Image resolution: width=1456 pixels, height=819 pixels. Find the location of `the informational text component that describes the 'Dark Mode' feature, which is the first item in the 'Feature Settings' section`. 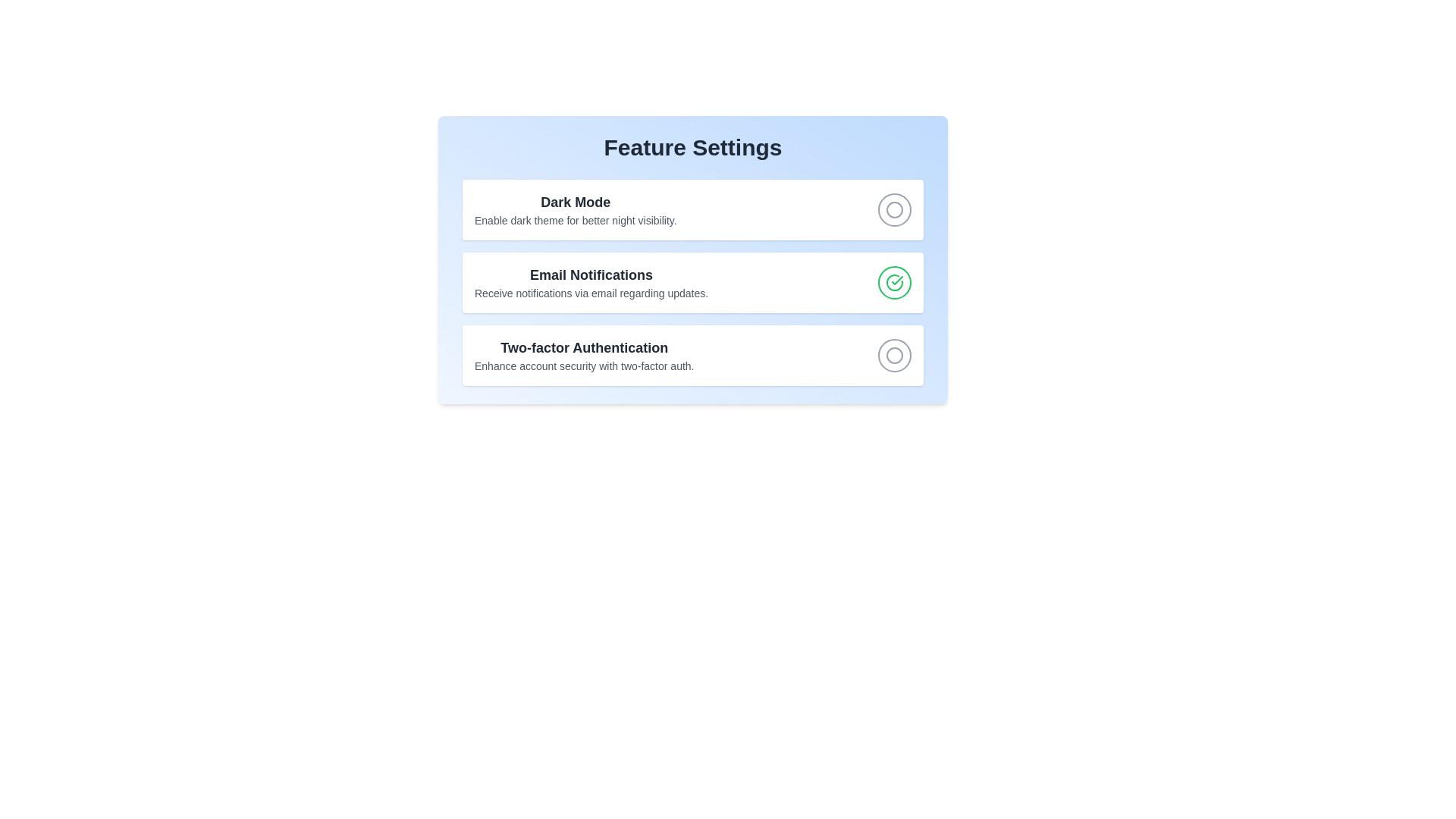

the informational text component that describes the 'Dark Mode' feature, which is the first item in the 'Feature Settings' section is located at coordinates (575, 210).